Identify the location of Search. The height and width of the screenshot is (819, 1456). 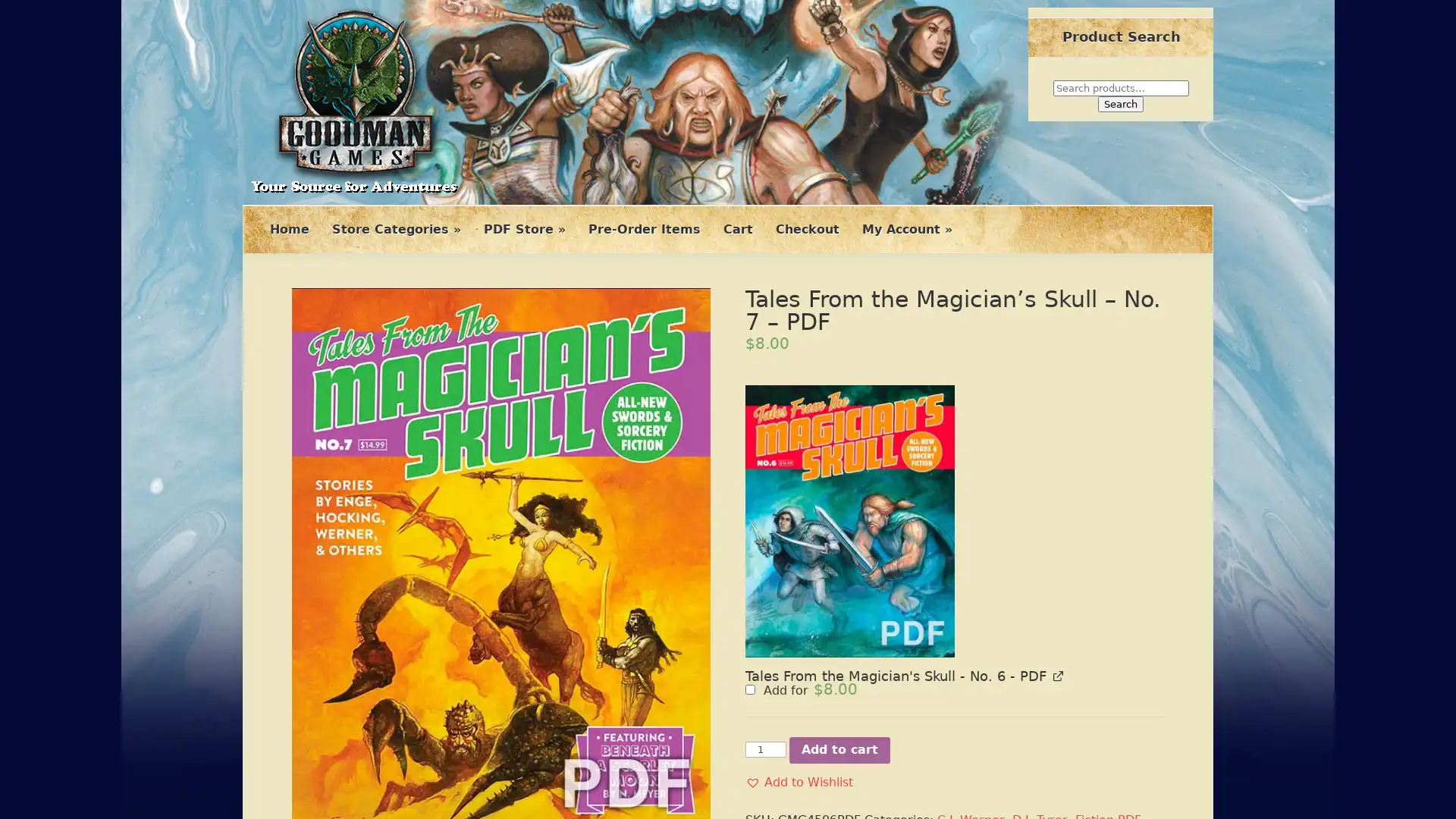
(1121, 103).